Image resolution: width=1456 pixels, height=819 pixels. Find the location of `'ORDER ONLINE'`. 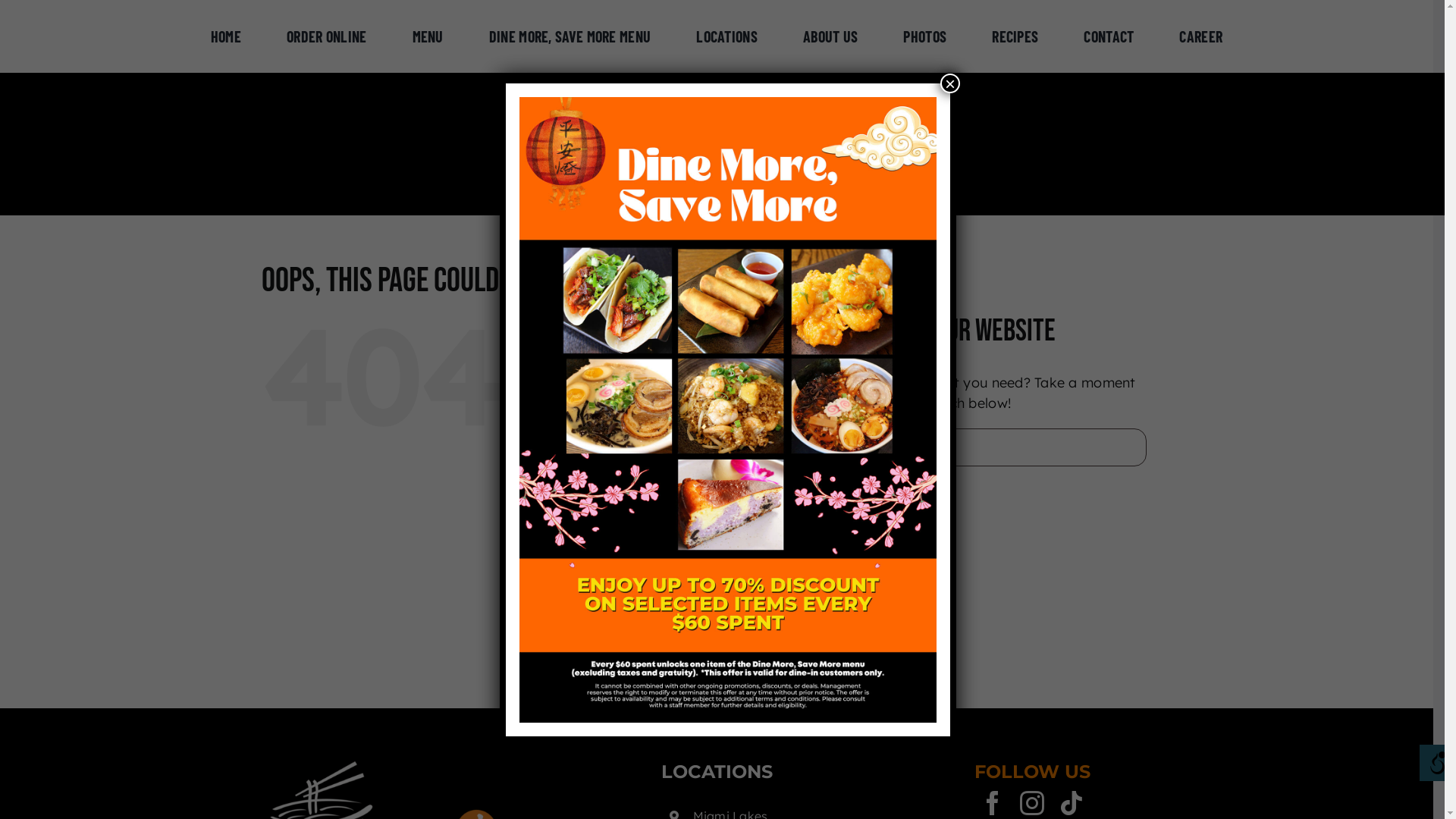

'ORDER ONLINE' is located at coordinates (326, 35).